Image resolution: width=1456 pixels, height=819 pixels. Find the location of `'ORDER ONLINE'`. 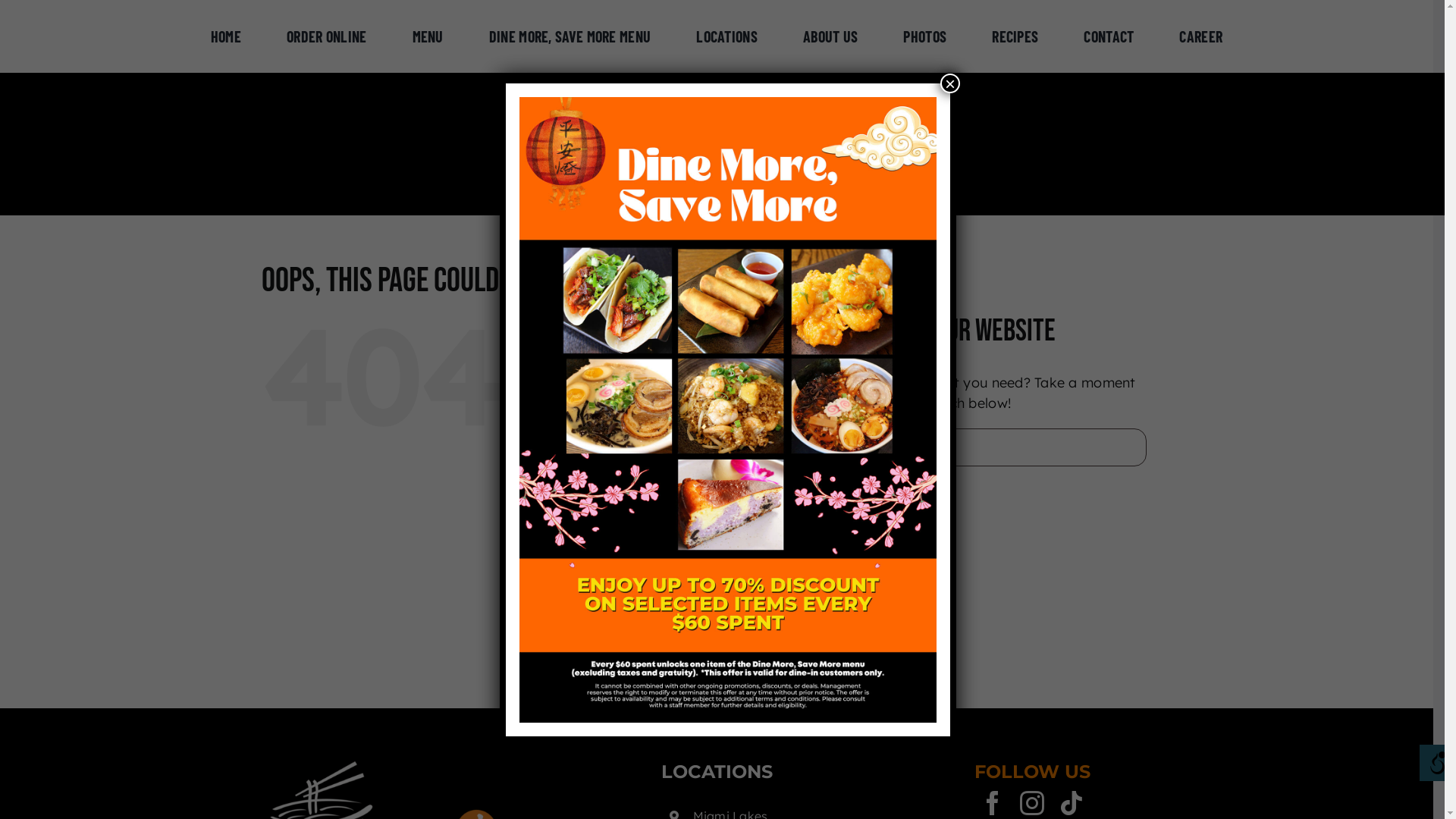

'ORDER ONLINE' is located at coordinates (326, 35).